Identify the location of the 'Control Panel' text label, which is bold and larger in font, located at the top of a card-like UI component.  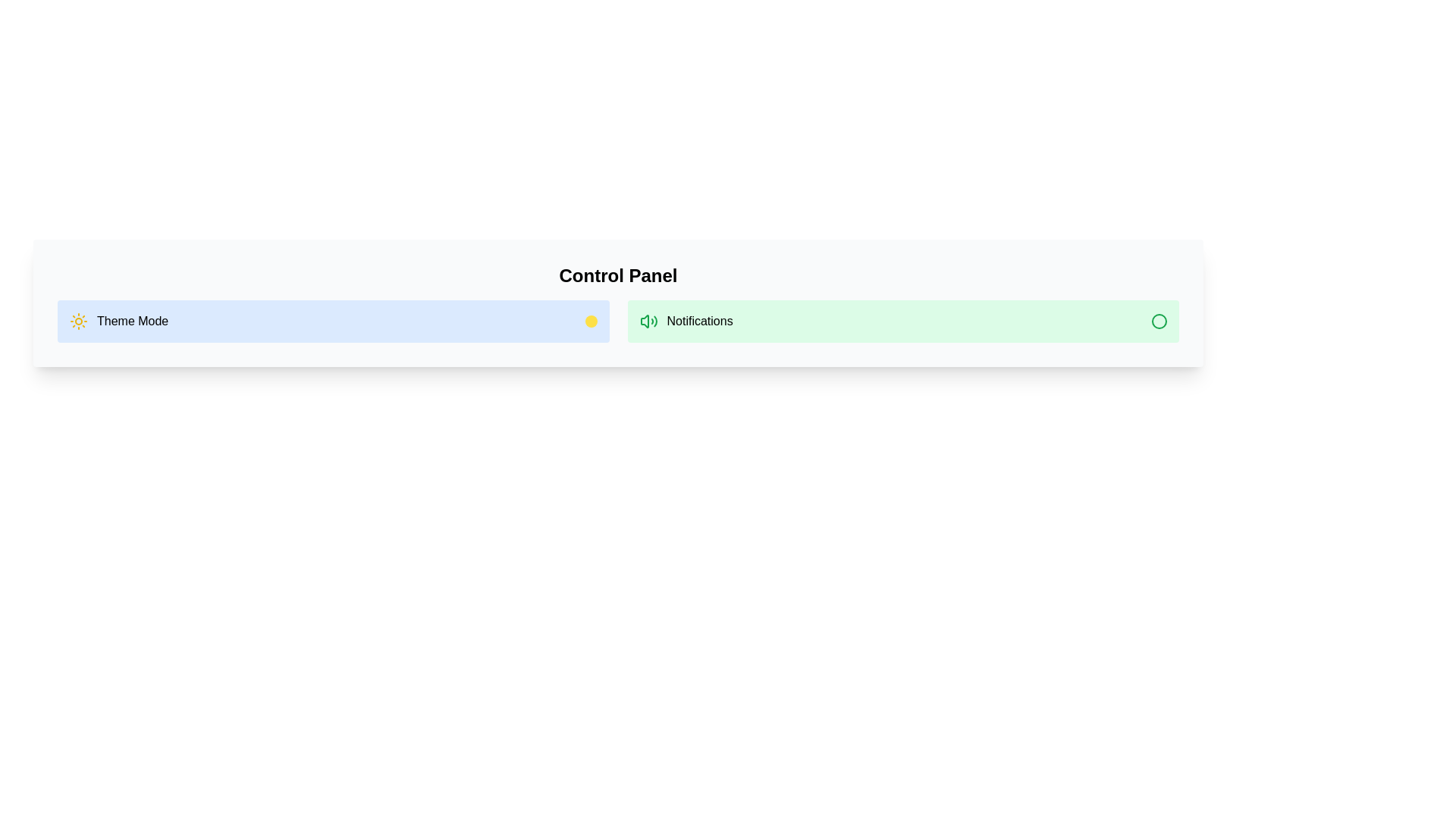
(618, 275).